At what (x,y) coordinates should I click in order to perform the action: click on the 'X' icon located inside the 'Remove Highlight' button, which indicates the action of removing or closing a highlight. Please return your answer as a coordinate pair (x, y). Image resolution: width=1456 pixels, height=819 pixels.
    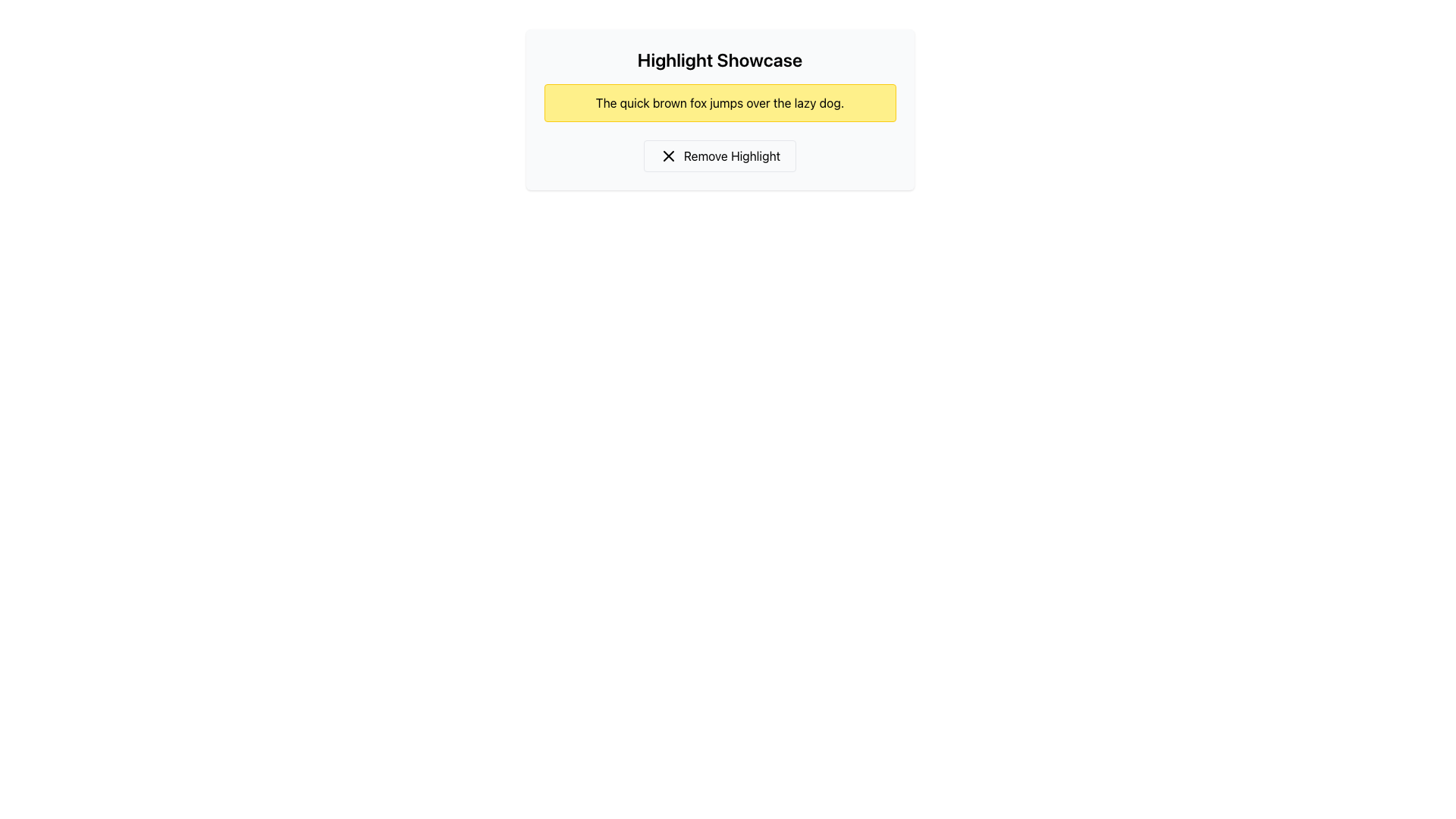
    Looking at the image, I should click on (667, 155).